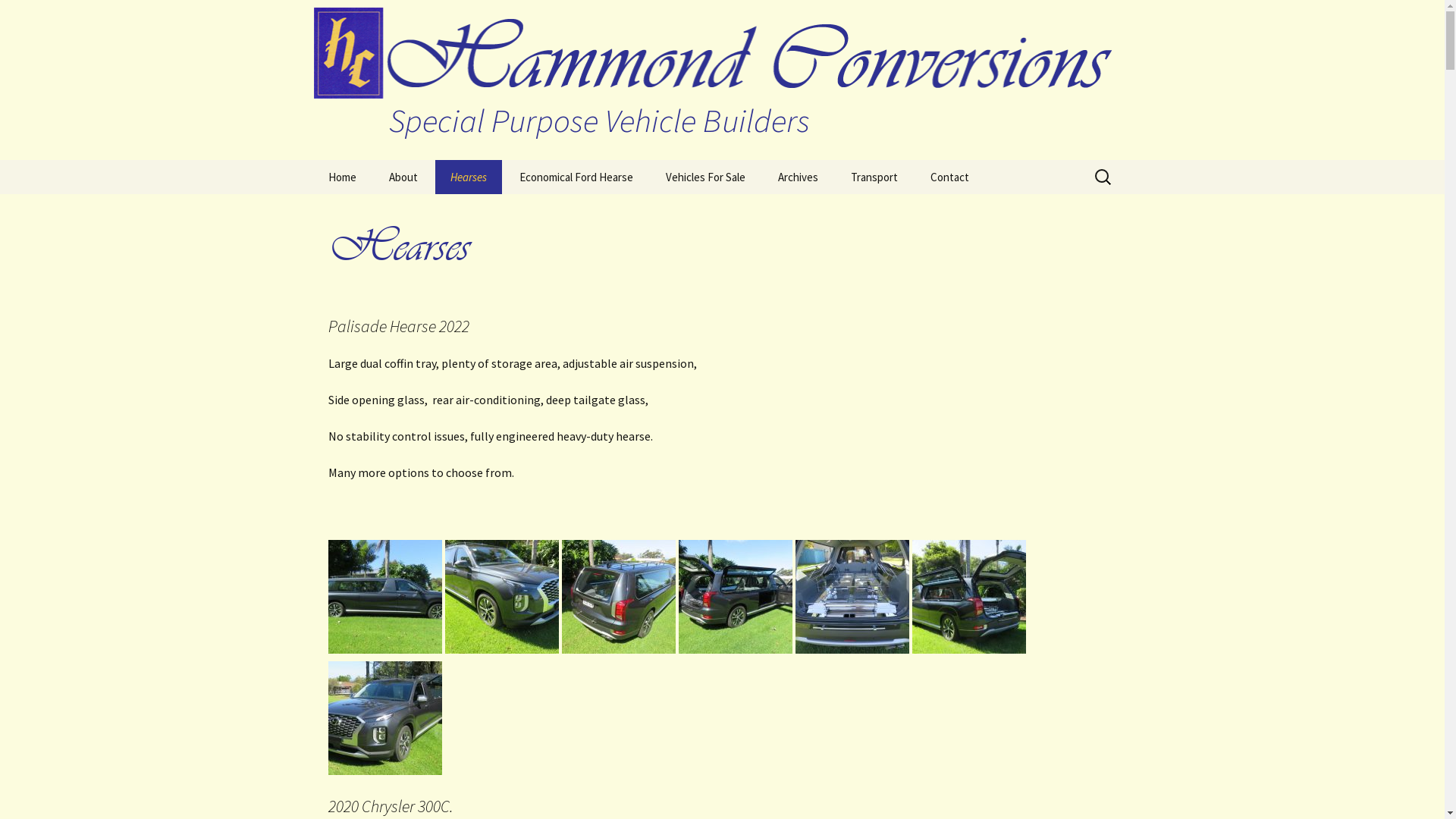 This screenshot has height=819, width=1456. I want to click on 'Hearses', so click(468, 176).